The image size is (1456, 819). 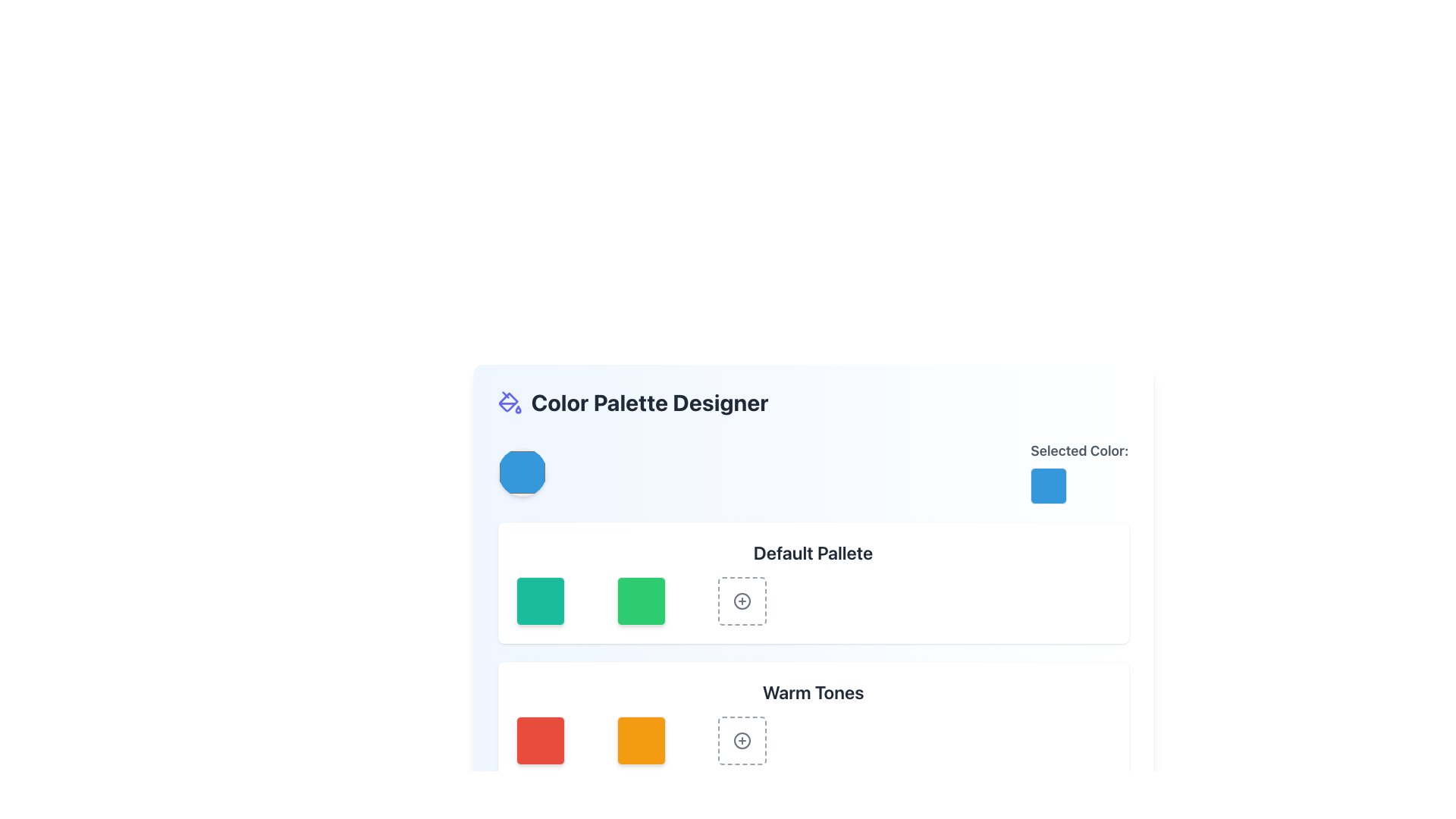 What do you see at coordinates (510, 402) in the screenshot?
I see `the indigo paint bucket icon located to the left of the 'Color Palette Designer' title in the header section` at bounding box center [510, 402].